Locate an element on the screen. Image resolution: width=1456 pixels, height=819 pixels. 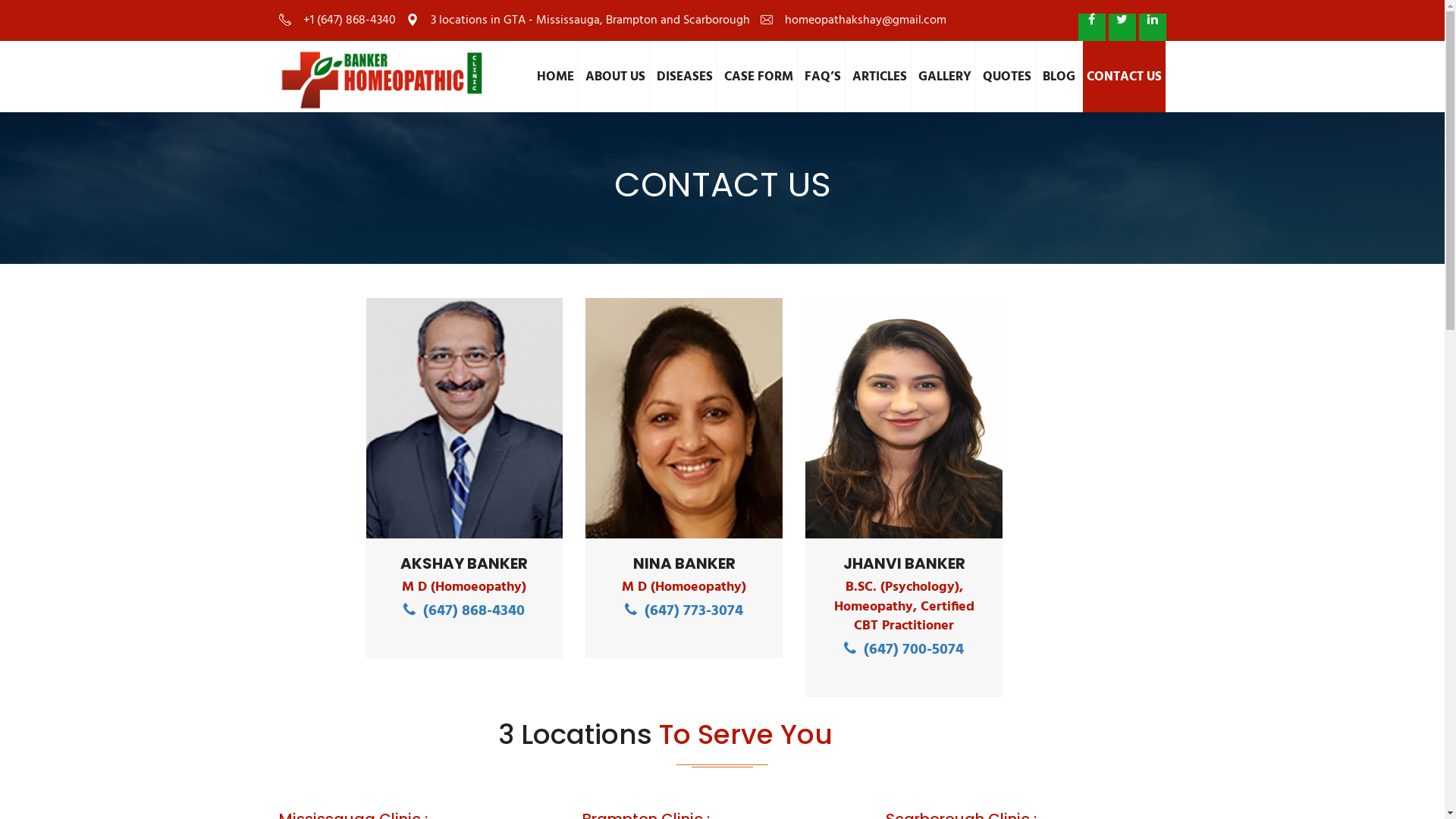
'ABOUT US' is located at coordinates (615, 76).